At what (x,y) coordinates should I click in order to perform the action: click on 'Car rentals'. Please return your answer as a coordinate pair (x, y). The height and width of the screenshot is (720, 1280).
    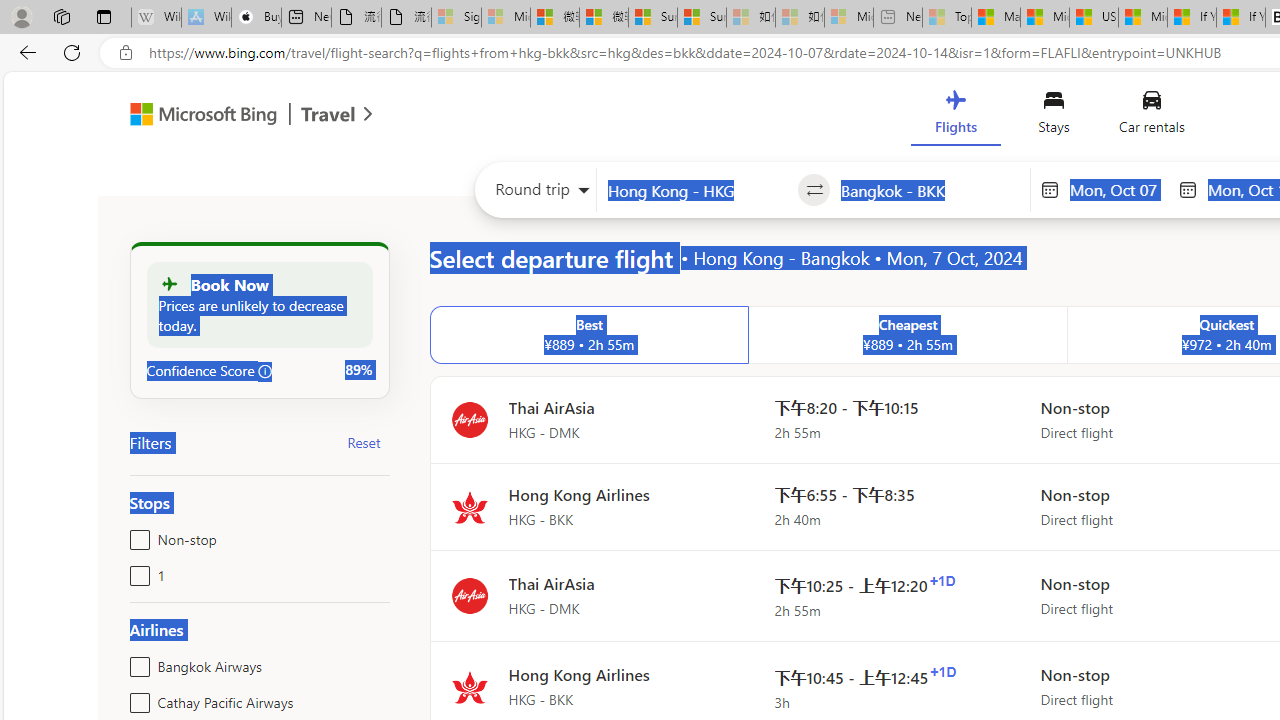
    Looking at the image, I should click on (1151, 117).